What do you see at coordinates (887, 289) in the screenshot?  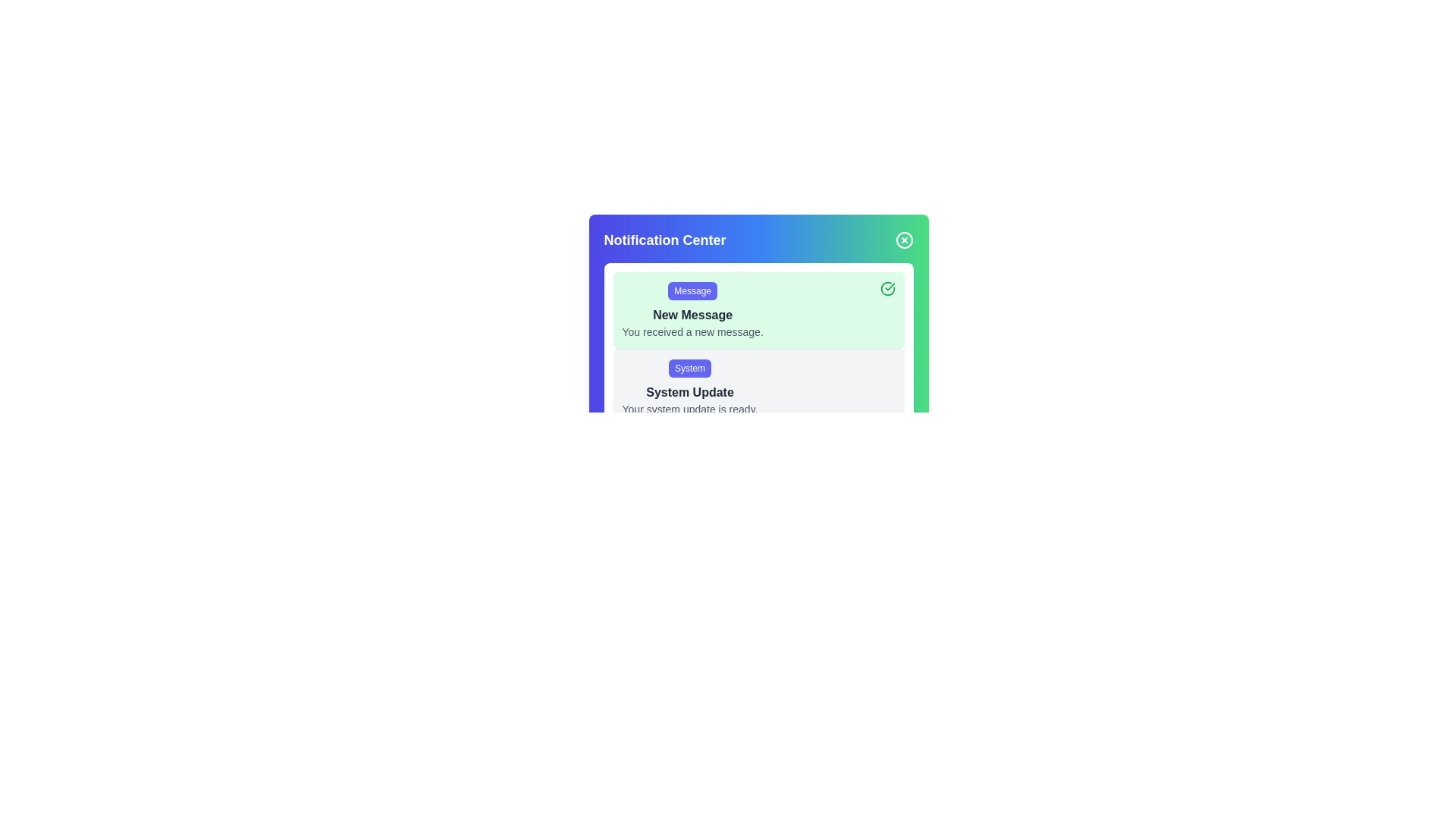 I see `the circular green icon button featuring a checkmark symbol located in the top-right corner of the 'New Message' notification card to change its shade of green` at bounding box center [887, 289].